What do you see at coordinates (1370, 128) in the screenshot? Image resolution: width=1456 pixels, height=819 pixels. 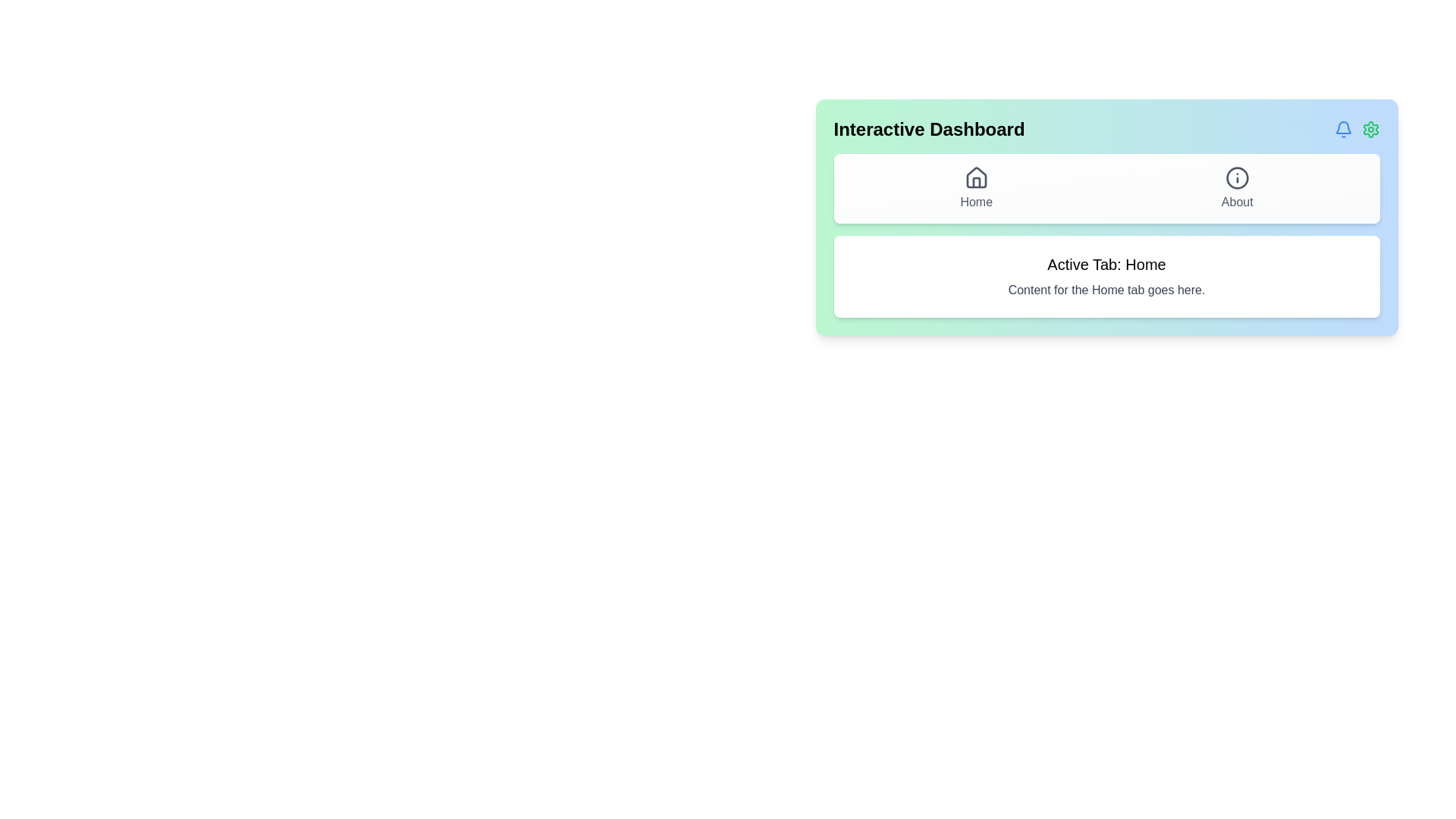 I see `the green gear-shaped settings icon located on the right-hand side of the top bar` at bounding box center [1370, 128].